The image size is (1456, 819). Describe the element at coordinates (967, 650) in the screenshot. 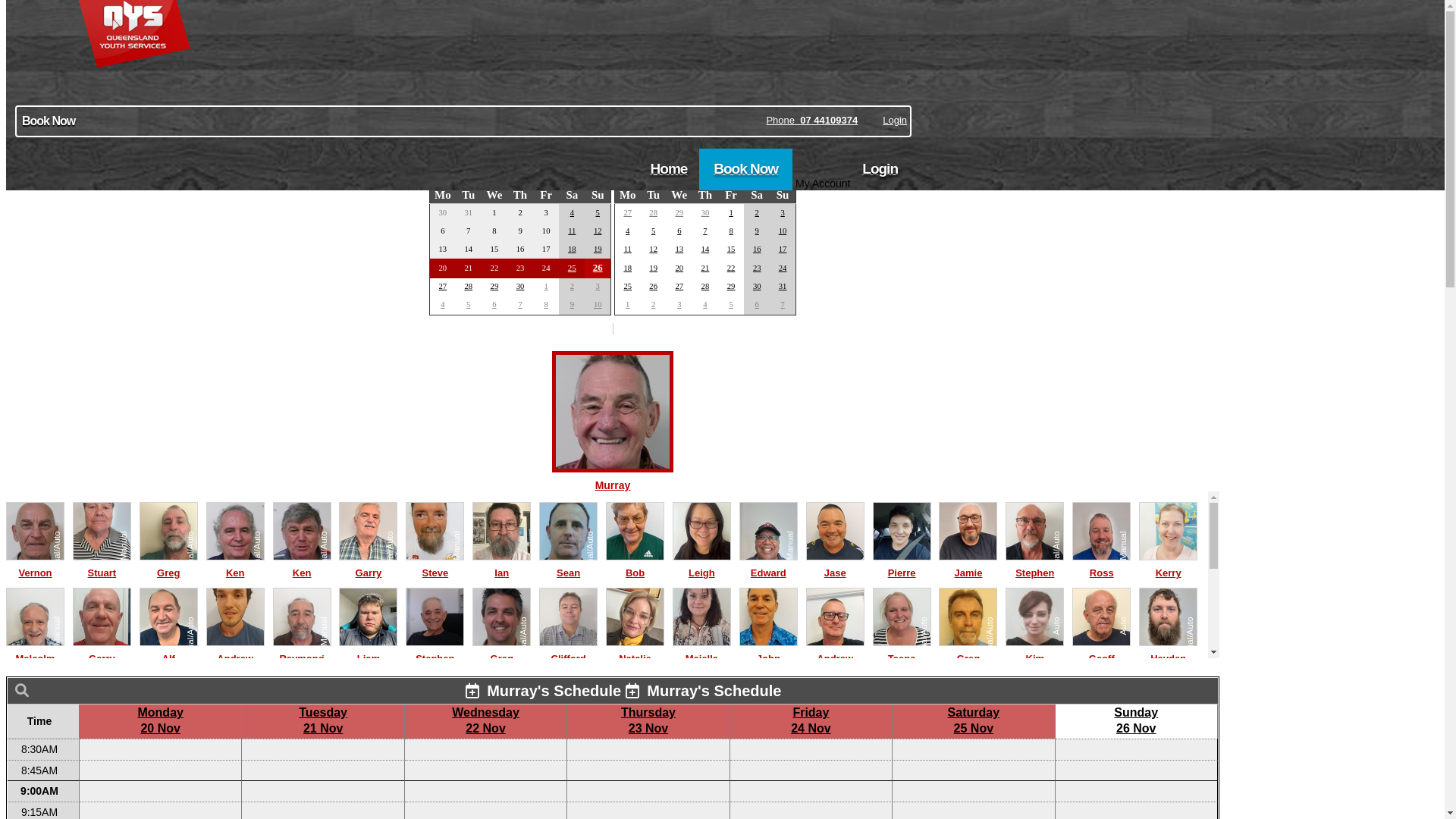

I see `'Greg` at that location.